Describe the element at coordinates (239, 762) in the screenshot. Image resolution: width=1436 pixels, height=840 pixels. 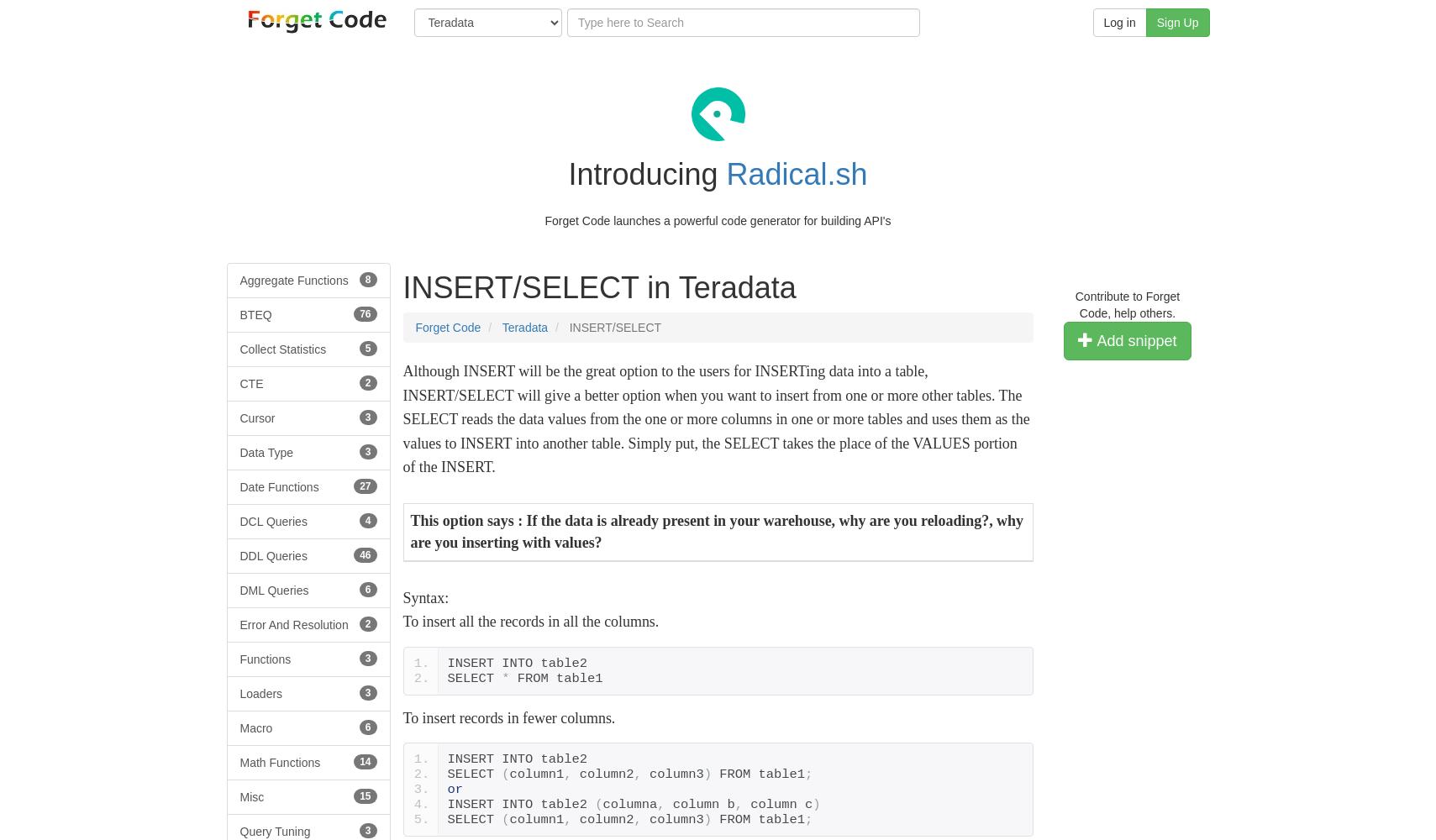
I see `'Math Functions'` at that location.